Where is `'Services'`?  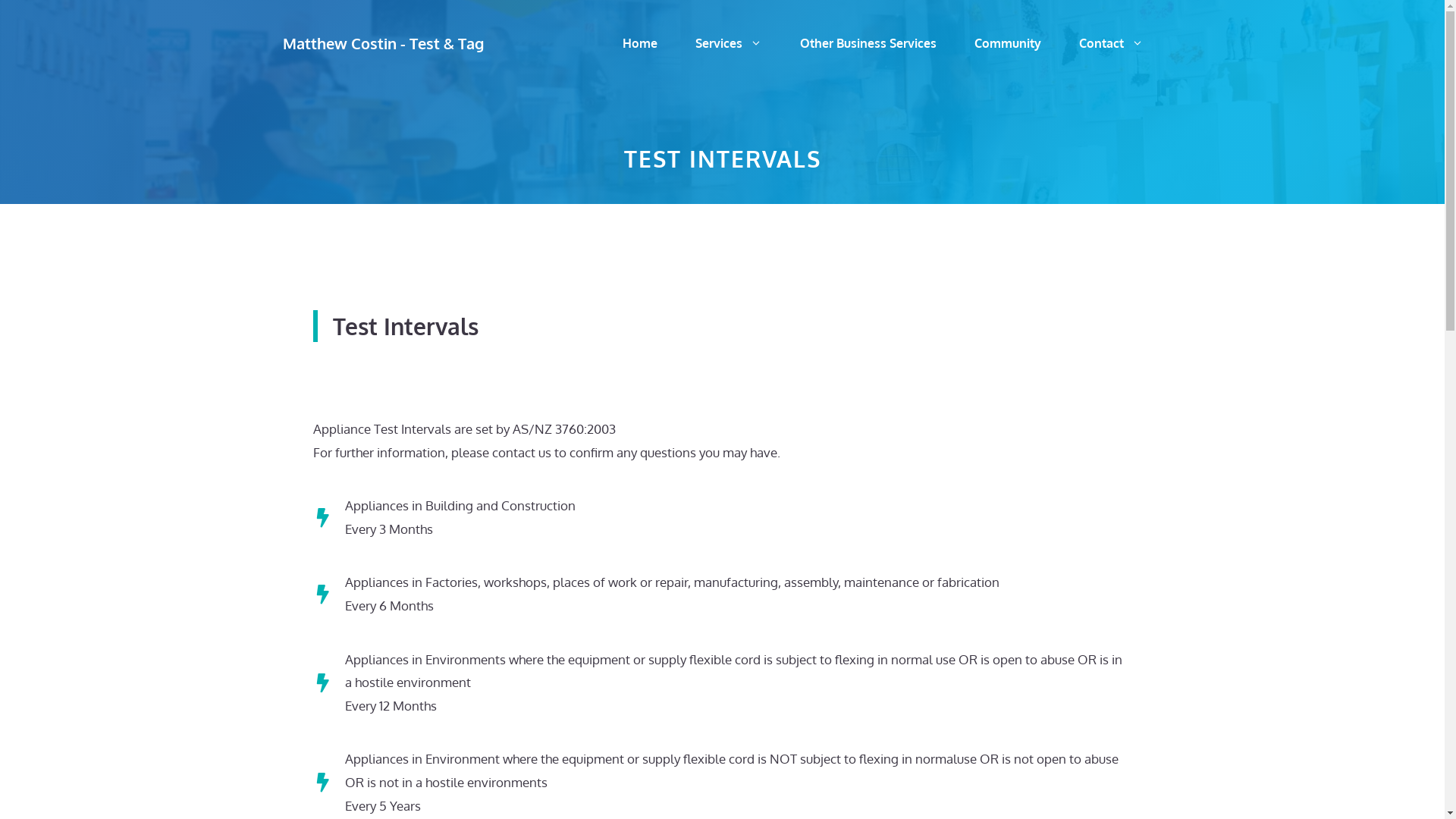
'Services' is located at coordinates (728, 42).